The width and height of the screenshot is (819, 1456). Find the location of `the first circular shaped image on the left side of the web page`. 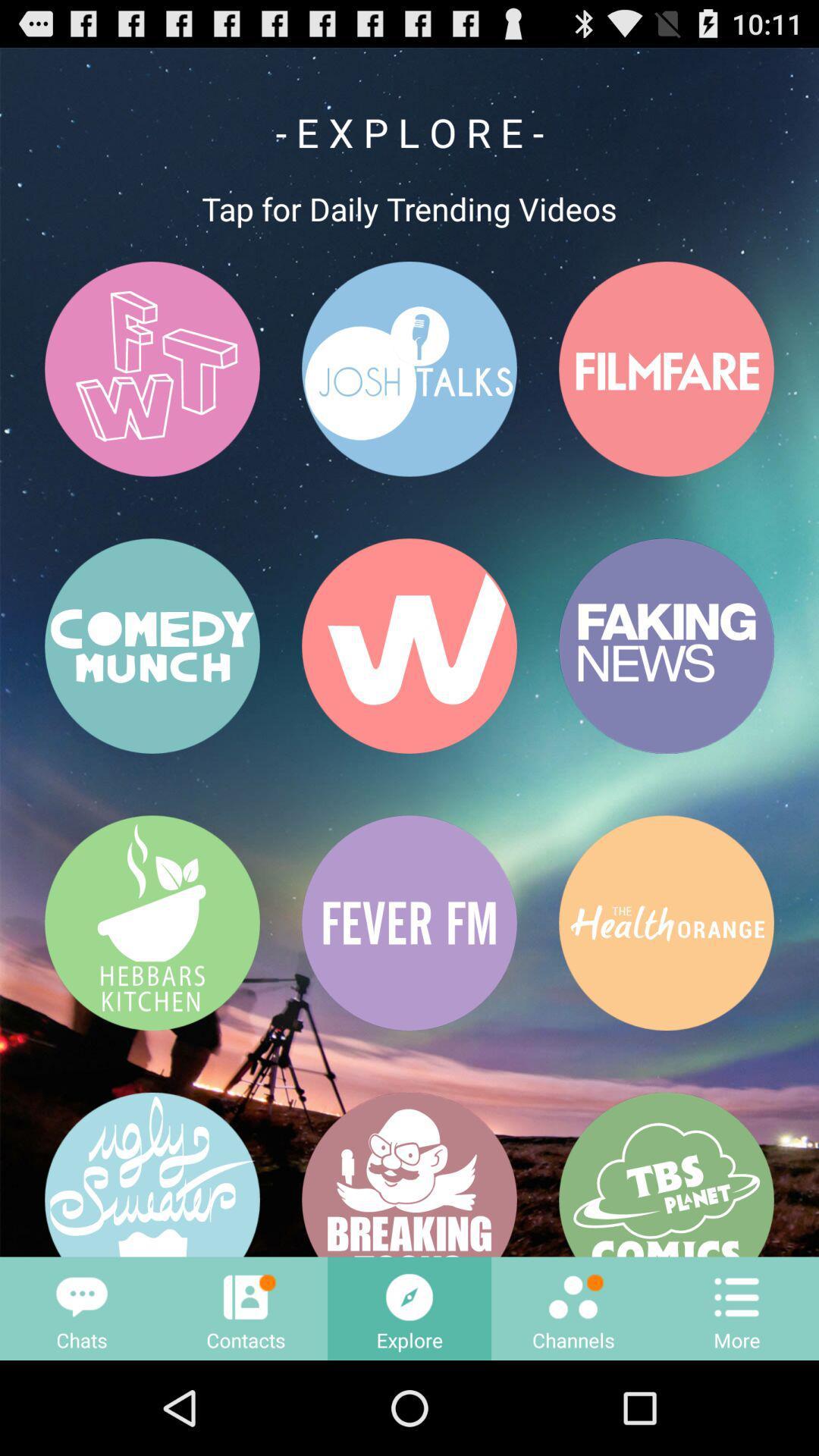

the first circular shaped image on the left side of the web page is located at coordinates (152, 369).